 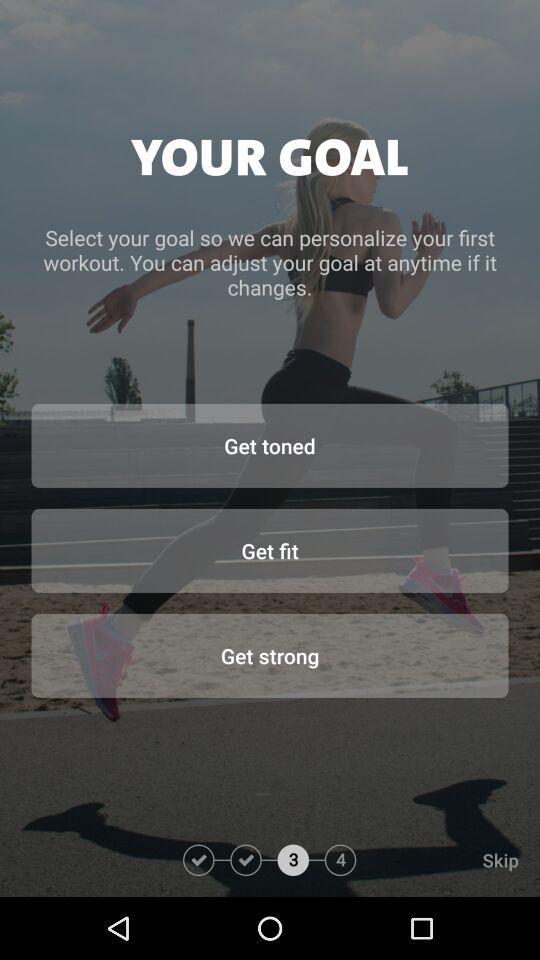 I want to click on item above get fit, so click(x=270, y=445).